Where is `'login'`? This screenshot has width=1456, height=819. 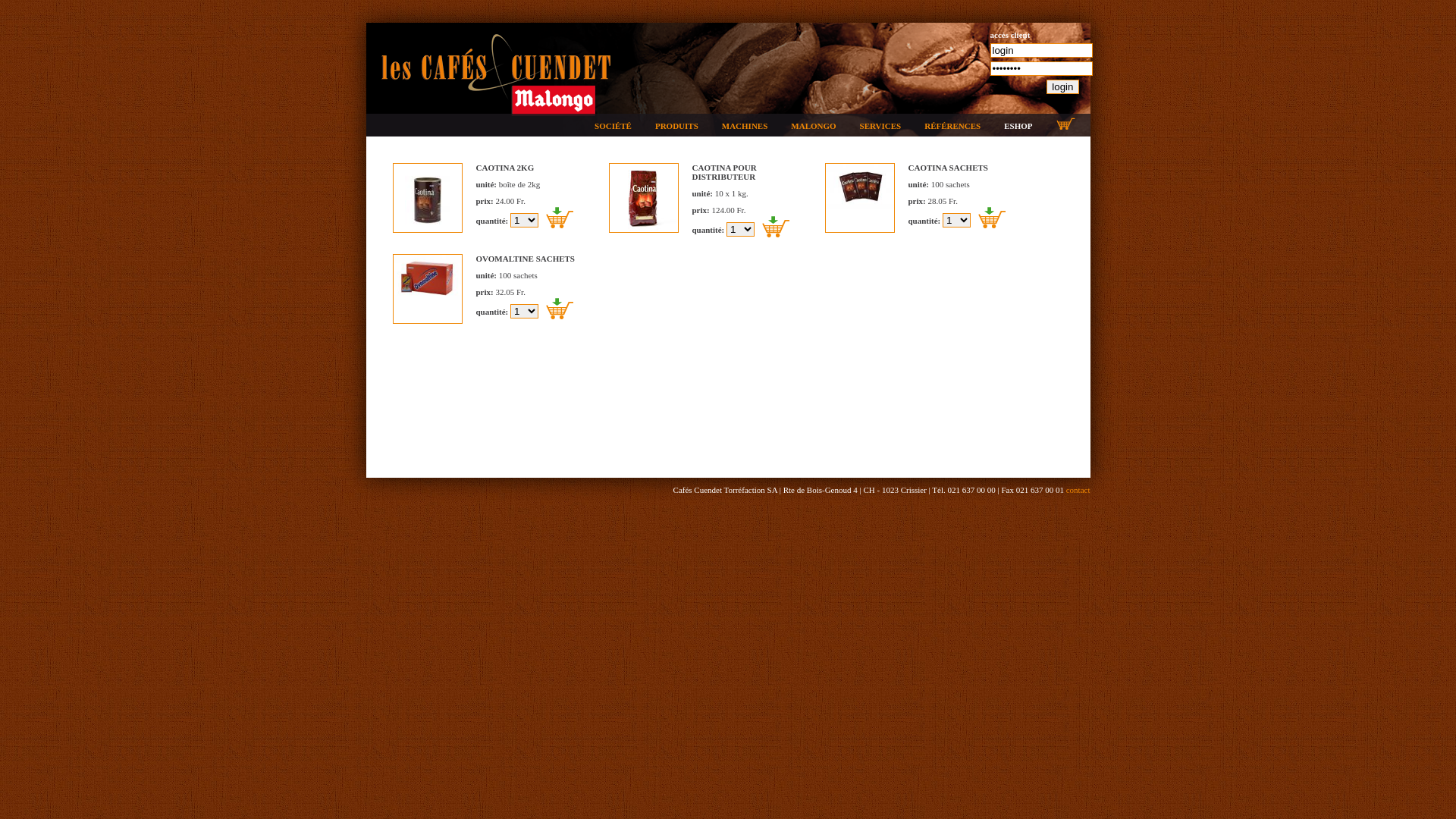 'login' is located at coordinates (1062, 86).